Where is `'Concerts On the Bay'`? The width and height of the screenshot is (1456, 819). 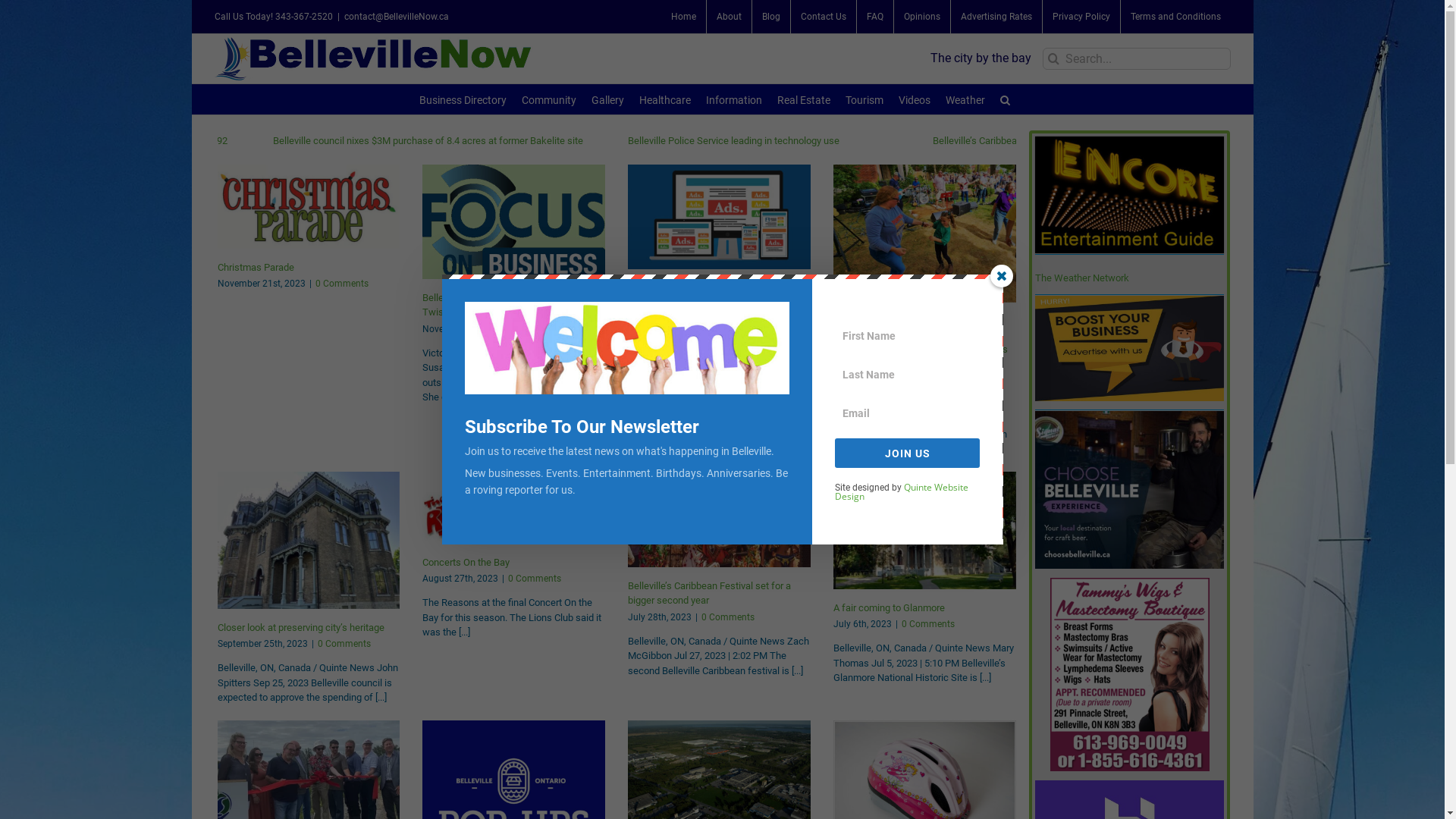
'Concerts On the Bay' is located at coordinates (465, 562).